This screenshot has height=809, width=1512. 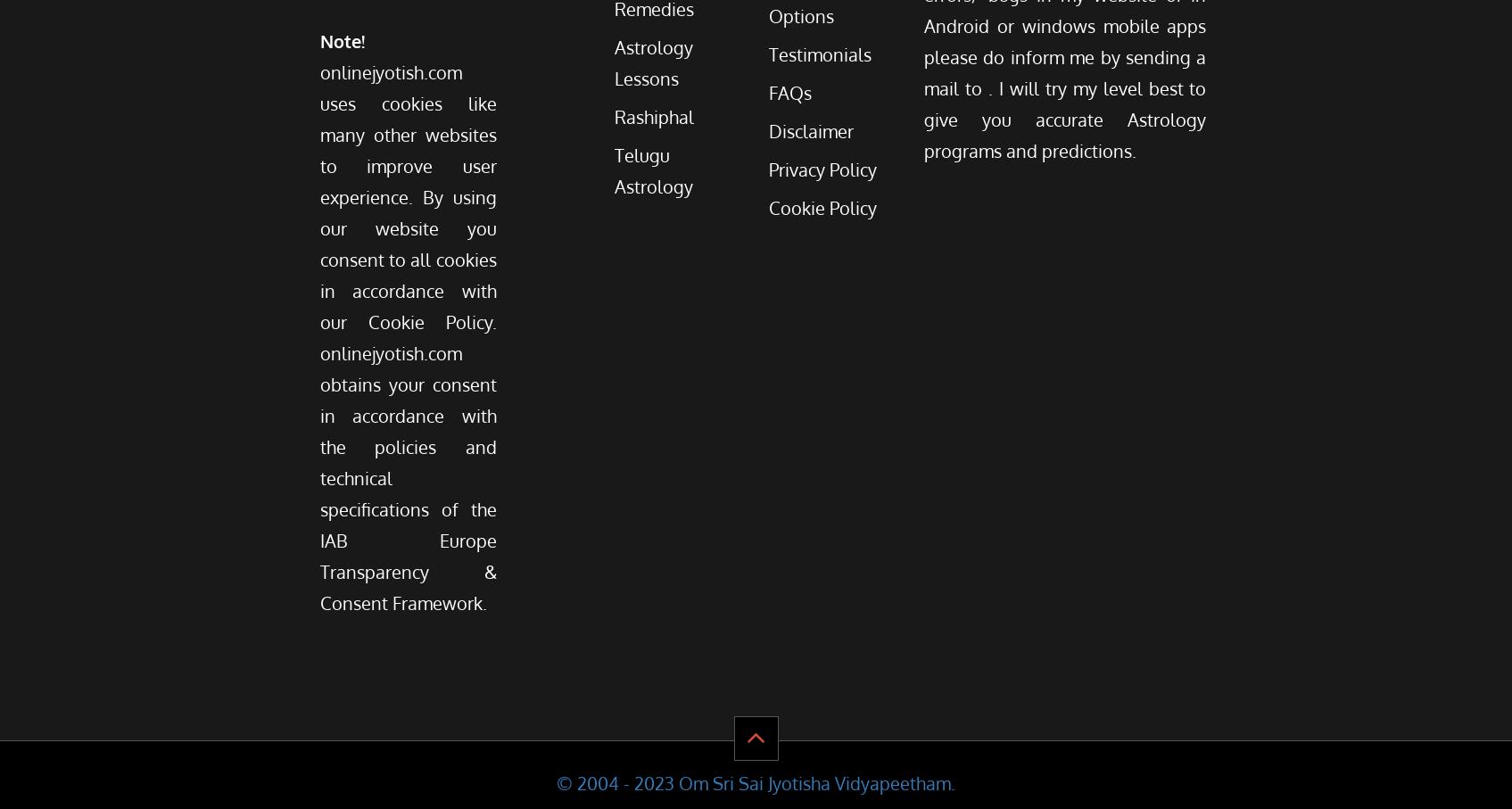 I want to click on 'Privacy Policy', so click(x=822, y=169).